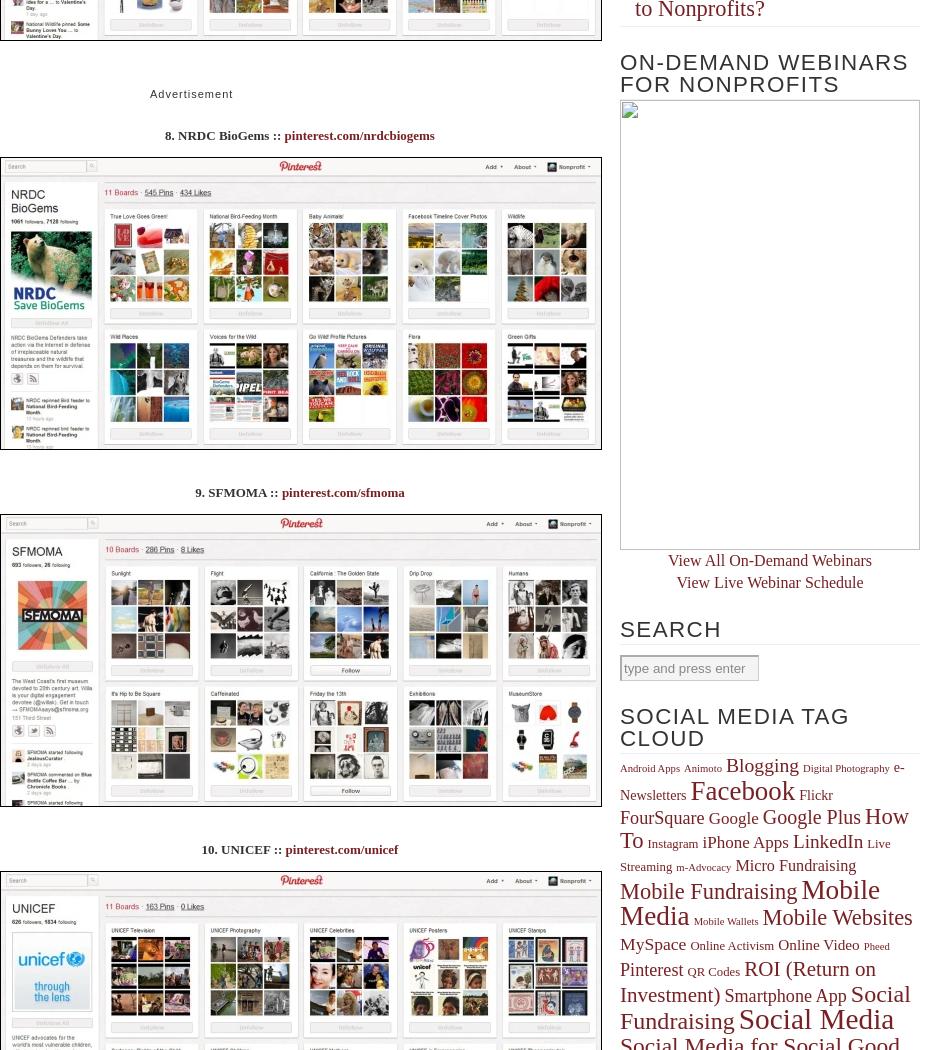 This screenshot has width=930, height=1050. Describe the element at coordinates (243, 848) in the screenshot. I see `'10. UNICEF ::'` at that location.